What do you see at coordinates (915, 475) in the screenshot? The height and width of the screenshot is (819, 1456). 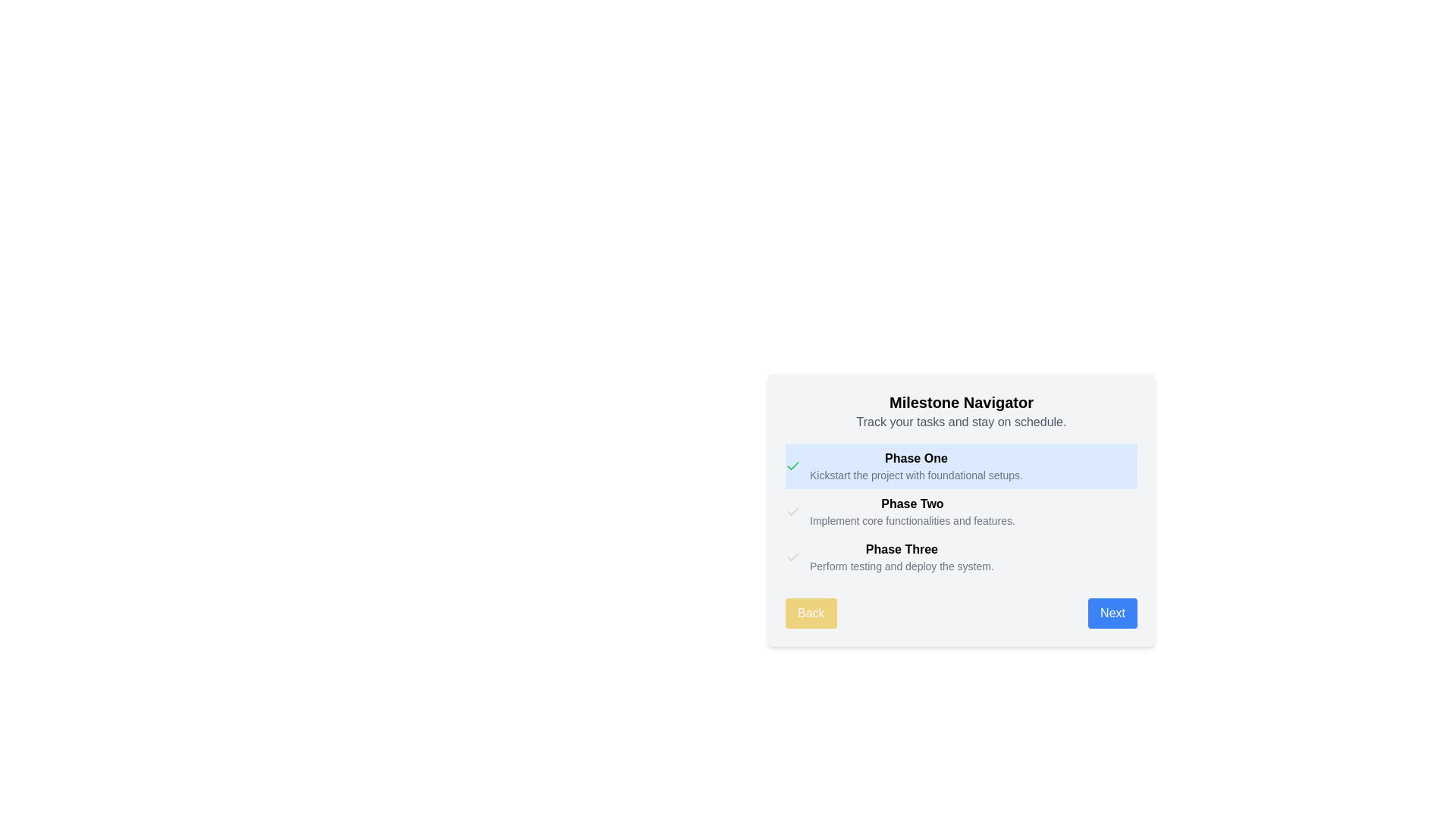 I see `the text block styled in gray font that reads 'Kickstart the project with foundational setups.' located below the heading 'Phase One' in the milestone navigation card` at bounding box center [915, 475].